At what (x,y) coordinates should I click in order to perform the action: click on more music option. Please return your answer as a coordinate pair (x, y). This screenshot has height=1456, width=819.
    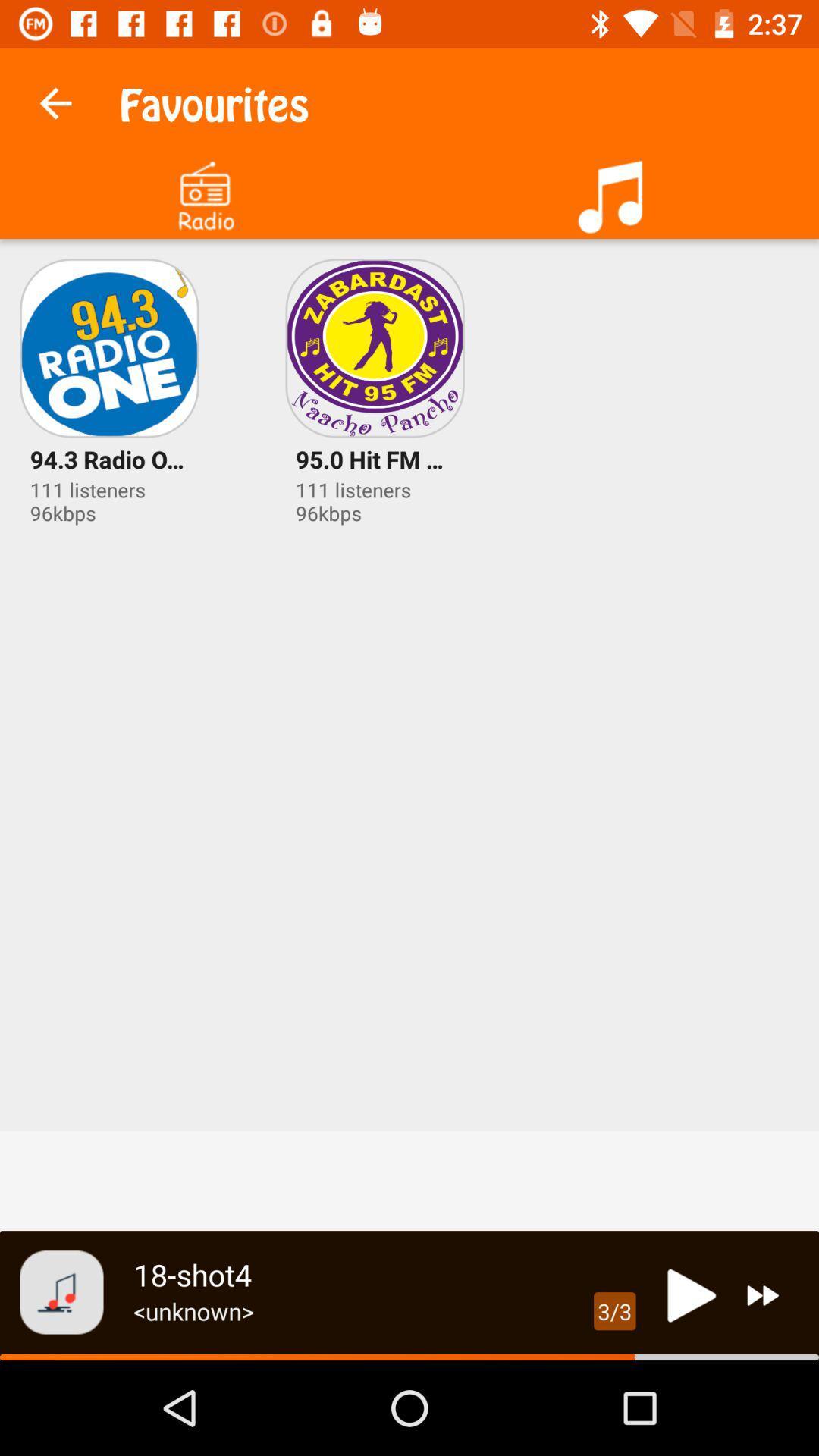
    Looking at the image, I should click on (614, 190).